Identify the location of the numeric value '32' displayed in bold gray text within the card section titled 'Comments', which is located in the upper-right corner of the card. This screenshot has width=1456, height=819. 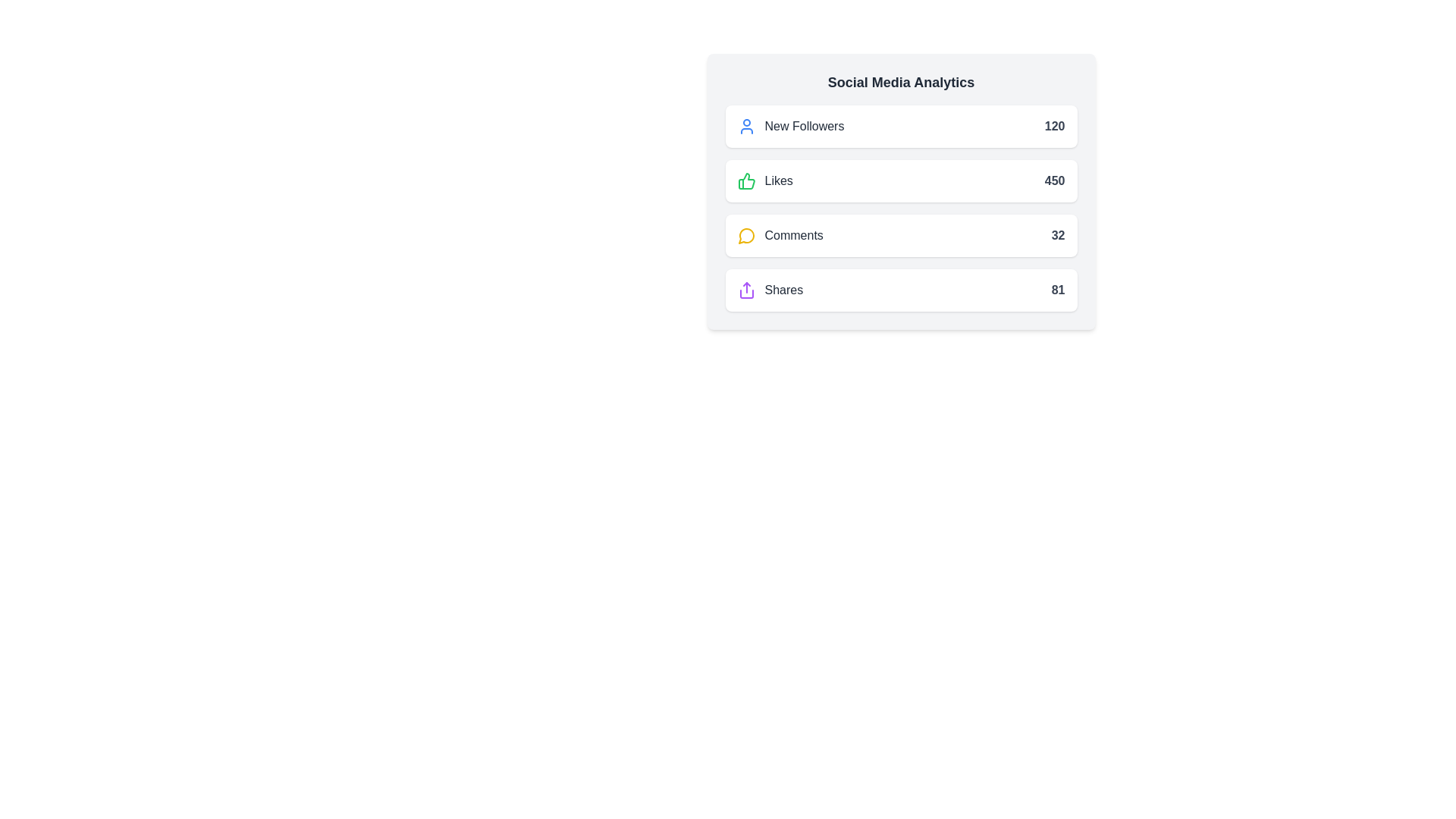
(1057, 236).